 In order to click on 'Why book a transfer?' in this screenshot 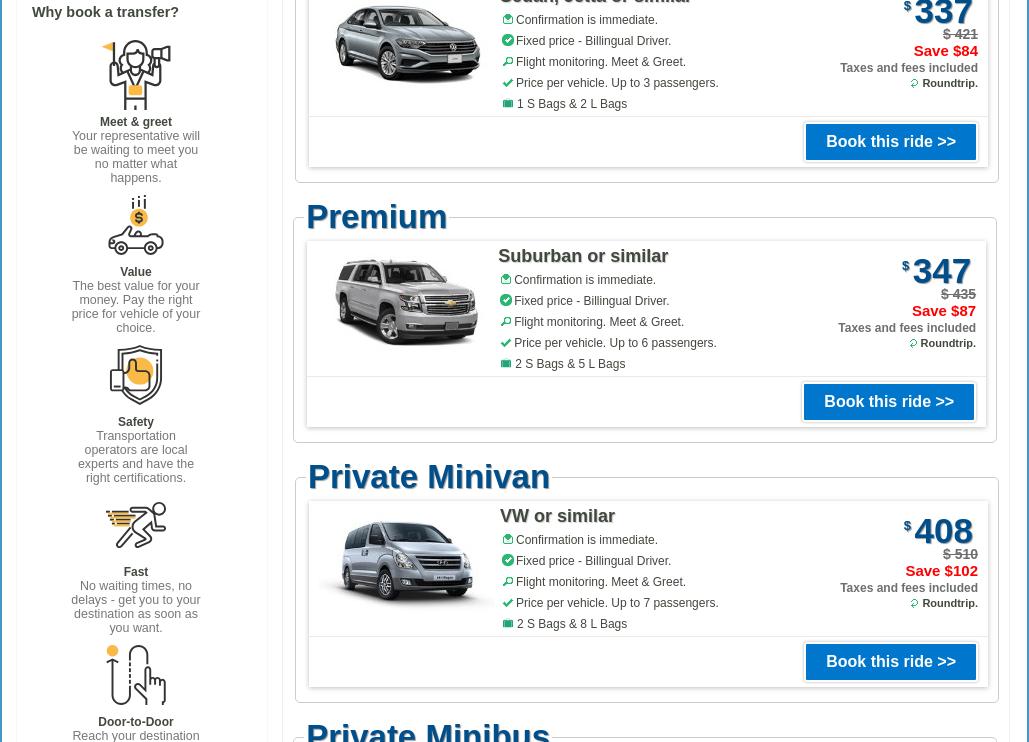, I will do `click(32, 11)`.